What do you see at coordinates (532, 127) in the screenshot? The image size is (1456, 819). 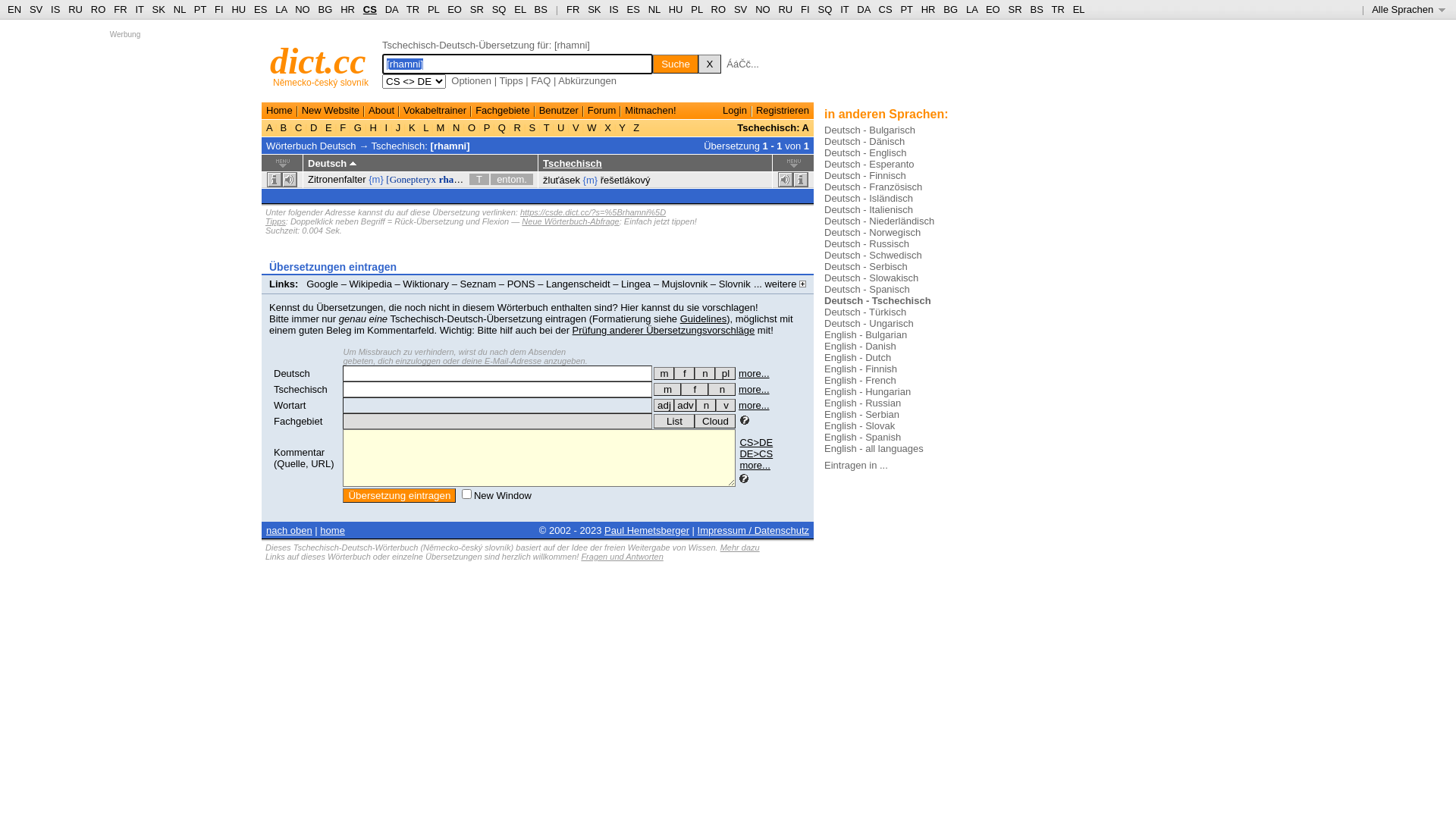 I see `'S'` at bounding box center [532, 127].